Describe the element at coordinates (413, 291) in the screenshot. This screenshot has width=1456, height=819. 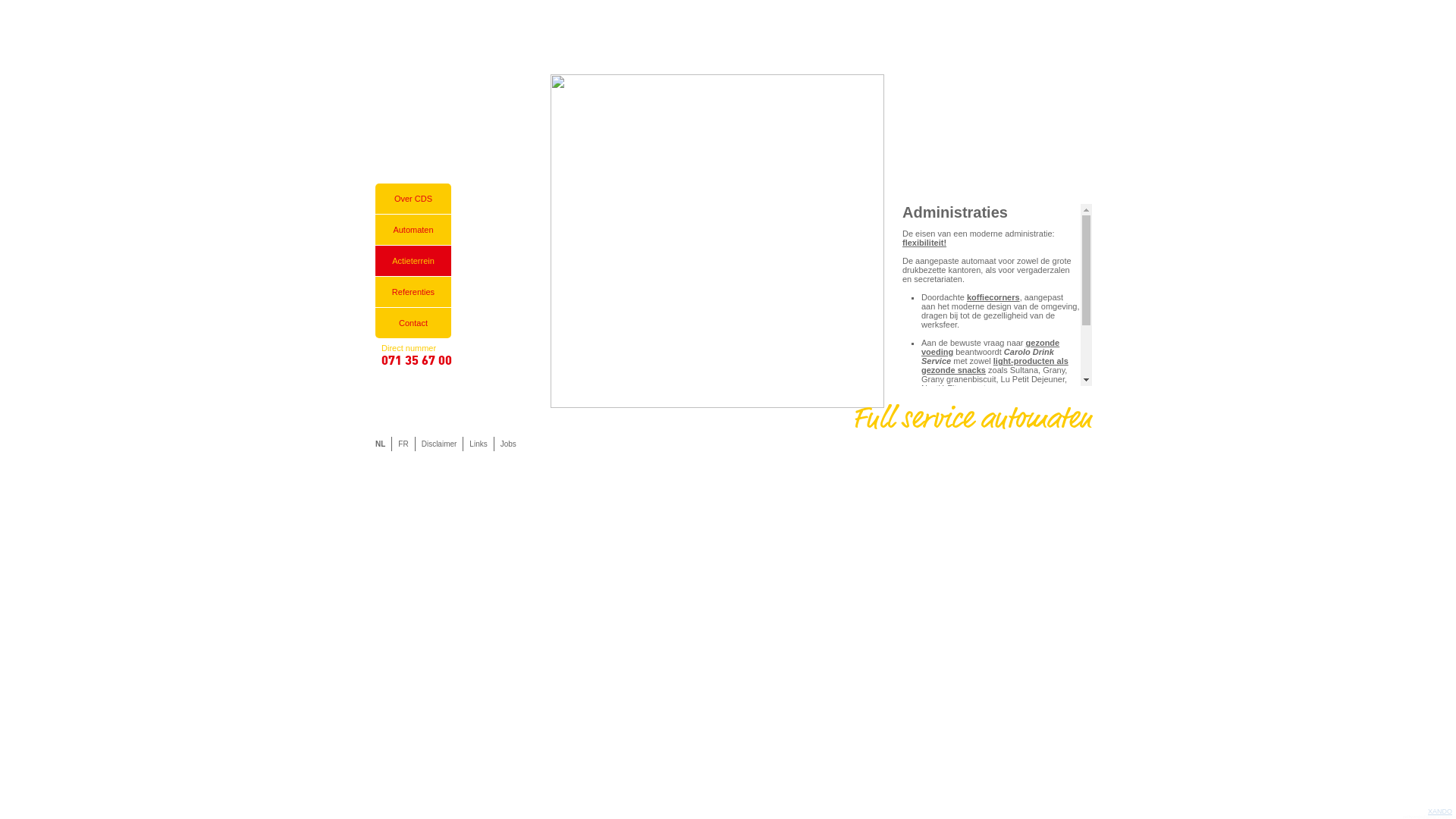
I see `'Referenties'` at that location.